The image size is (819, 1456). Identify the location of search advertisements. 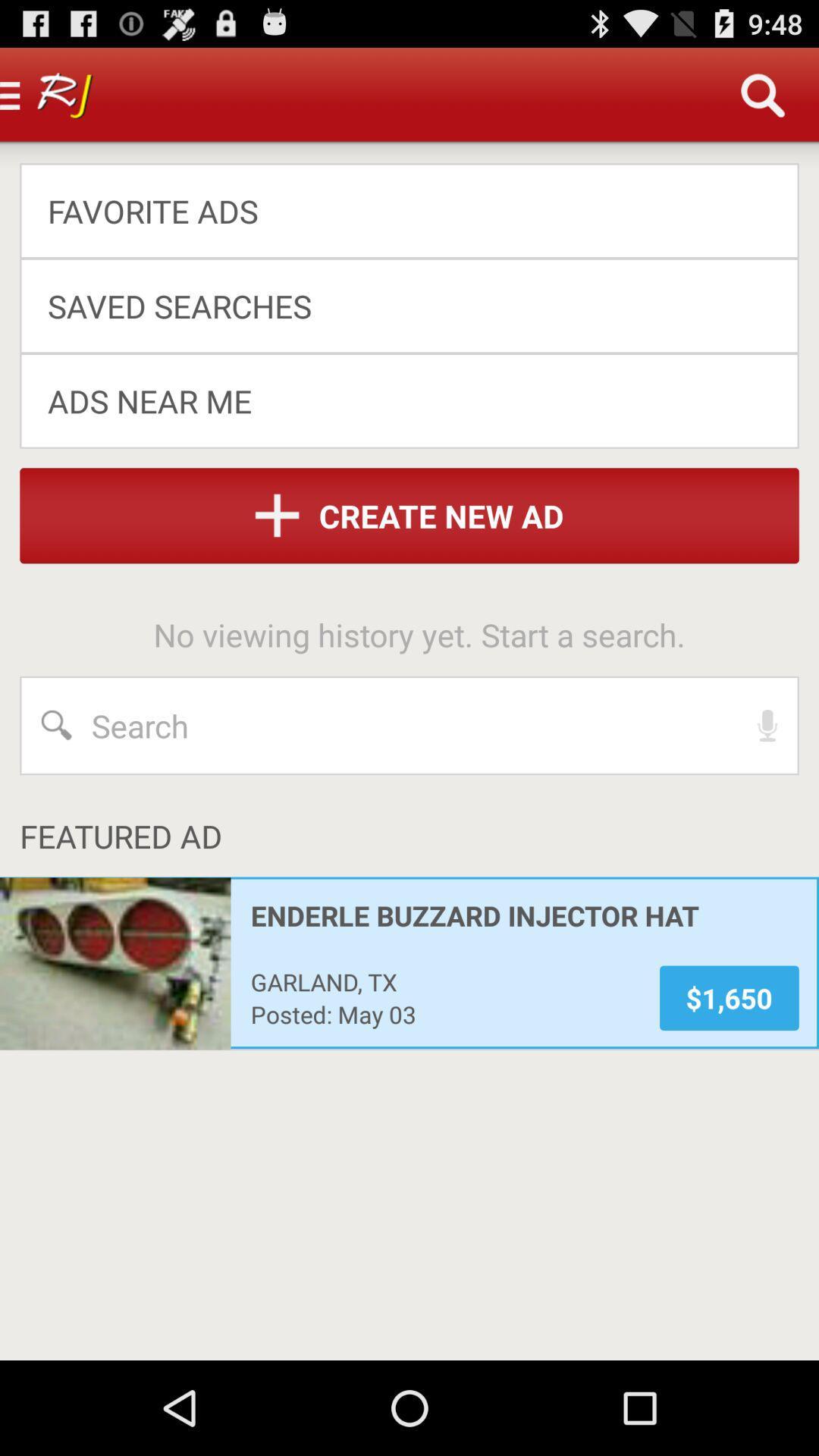
(409, 724).